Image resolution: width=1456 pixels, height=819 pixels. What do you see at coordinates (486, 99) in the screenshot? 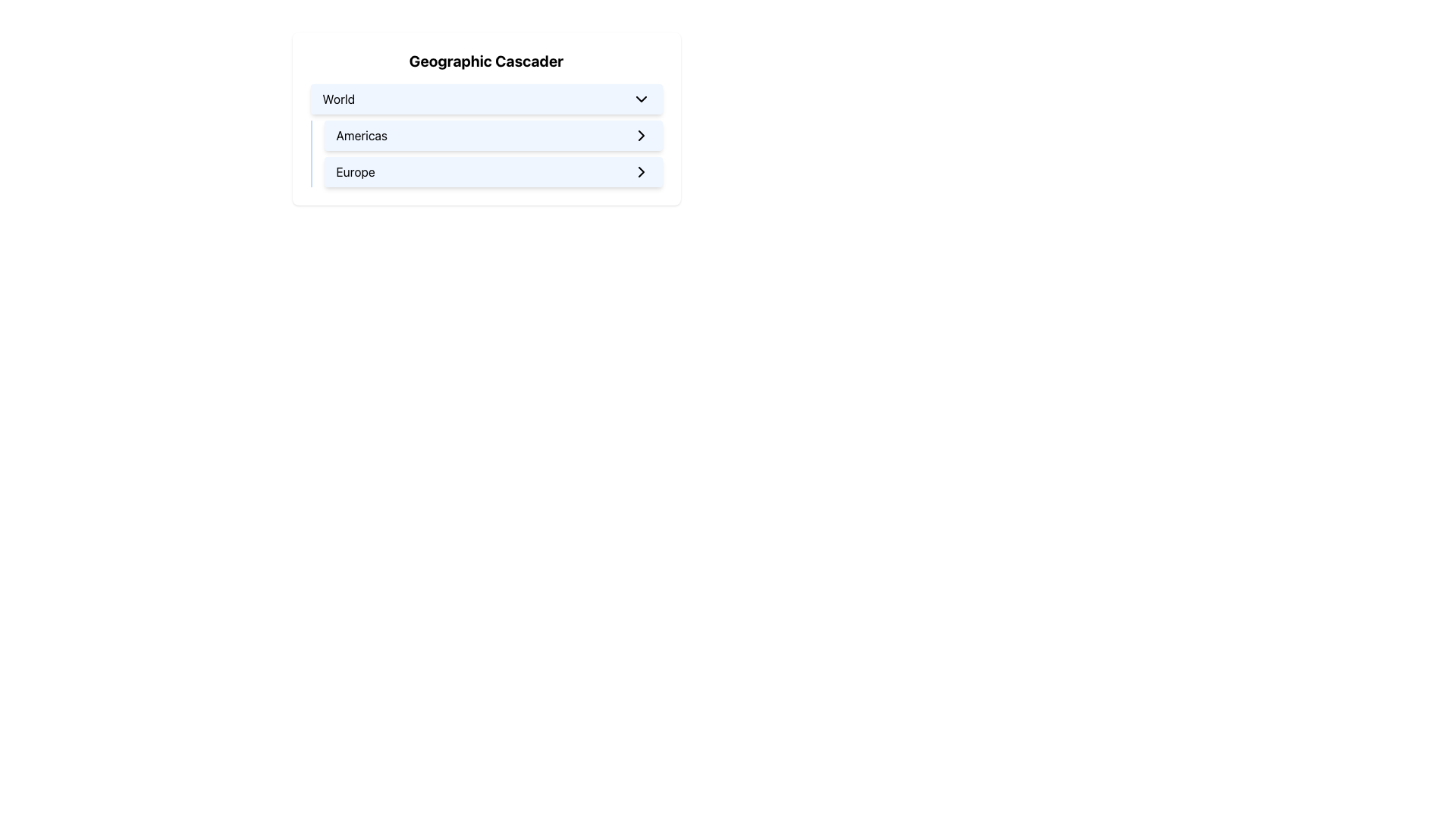
I see `the dropdown menu trigger located at the top-most position of the dropdown list` at bounding box center [486, 99].